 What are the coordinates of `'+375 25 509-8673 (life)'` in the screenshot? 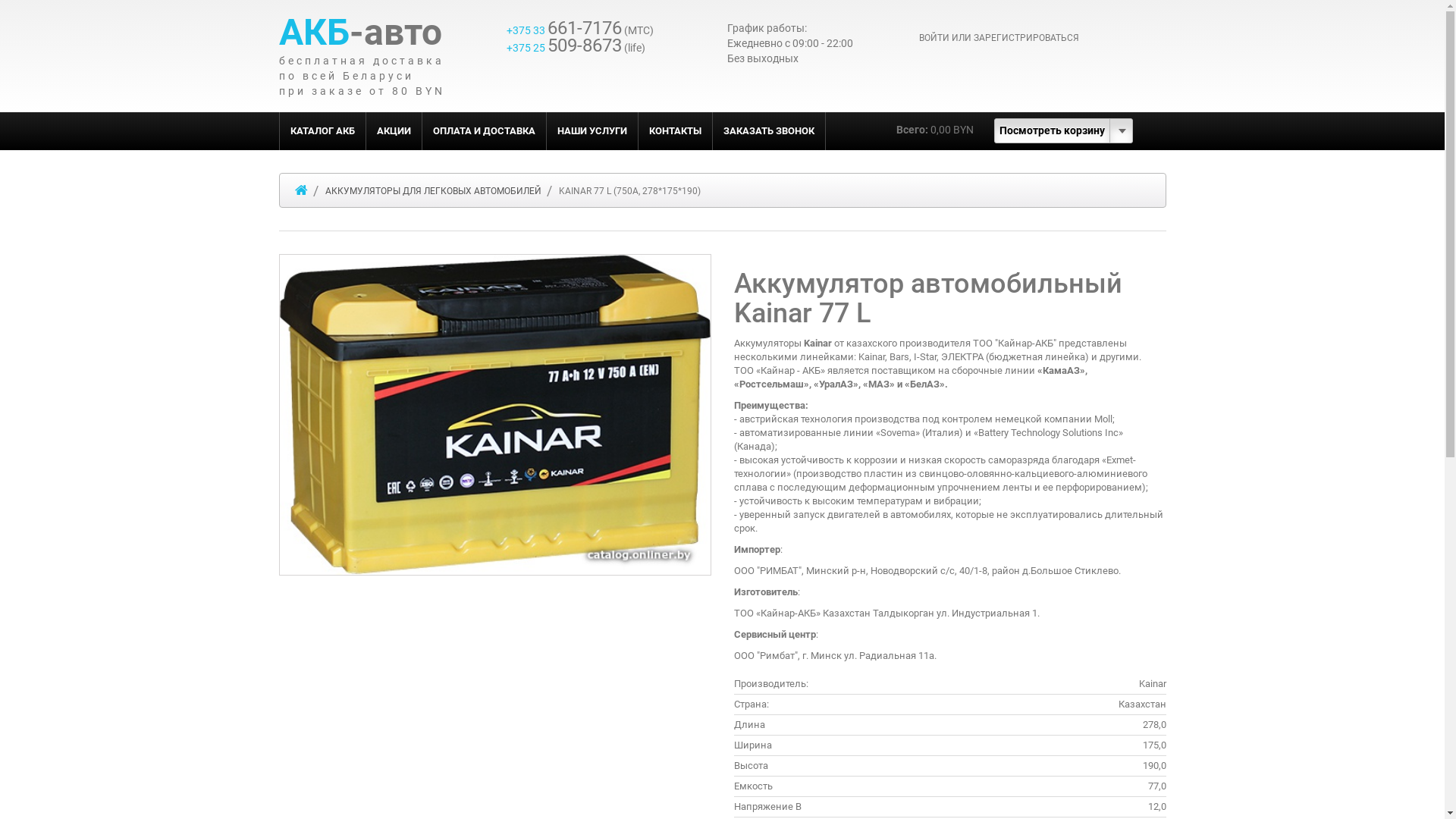 It's located at (575, 46).